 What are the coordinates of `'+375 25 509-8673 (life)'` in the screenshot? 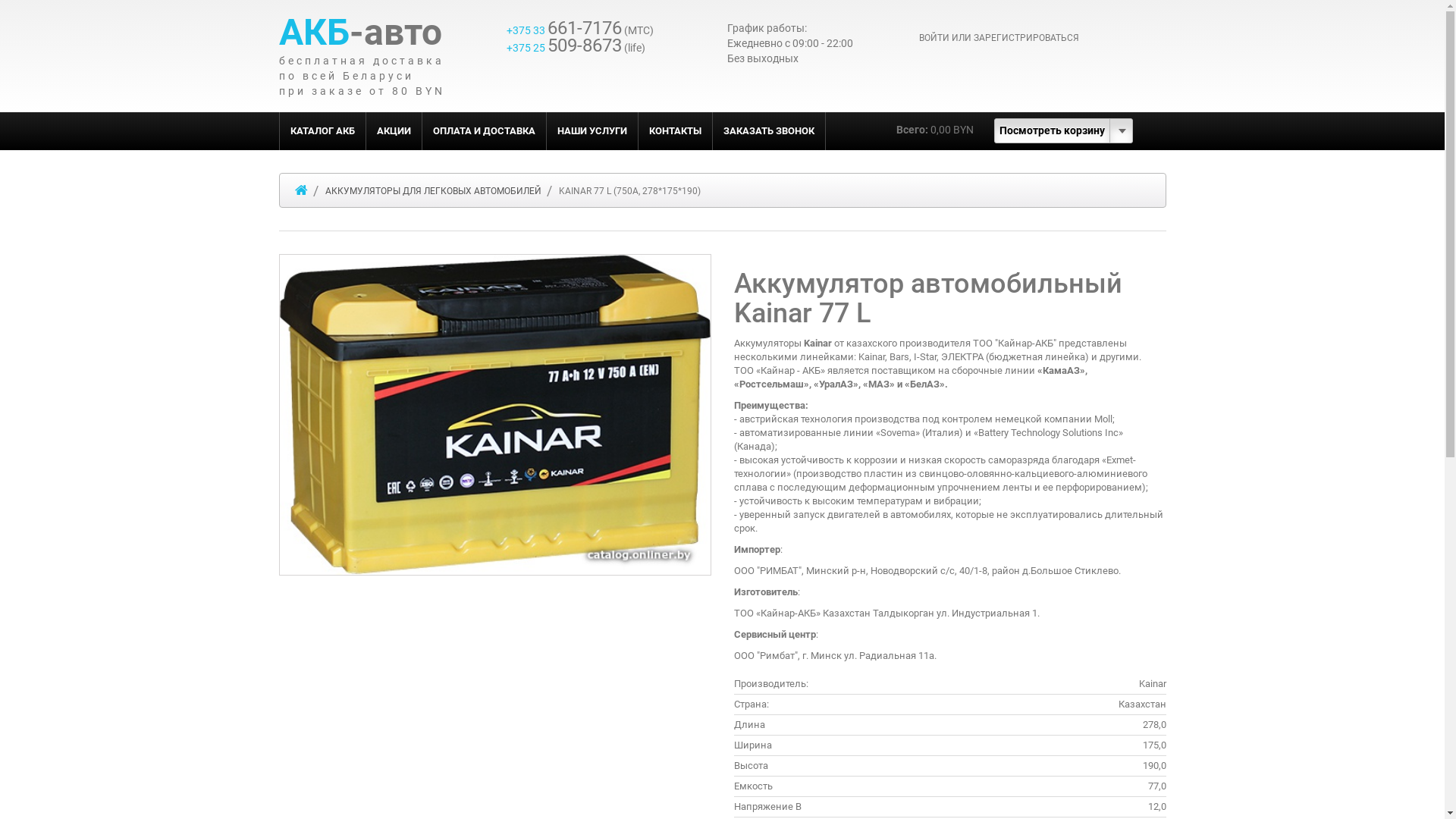 It's located at (575, 46).